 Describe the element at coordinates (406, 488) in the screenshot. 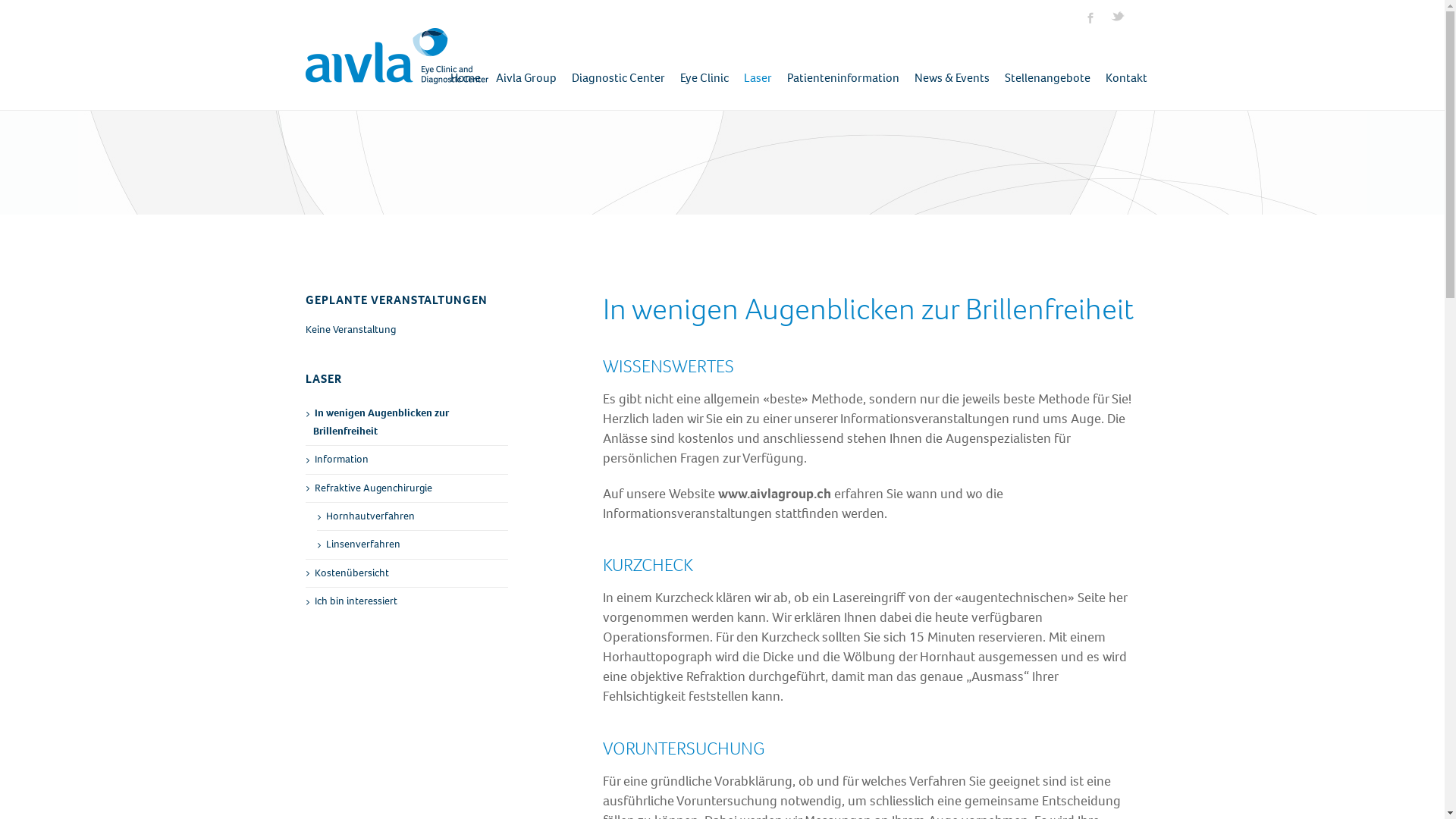

I see `'Refraktive Augenchirurgie'` at that location.